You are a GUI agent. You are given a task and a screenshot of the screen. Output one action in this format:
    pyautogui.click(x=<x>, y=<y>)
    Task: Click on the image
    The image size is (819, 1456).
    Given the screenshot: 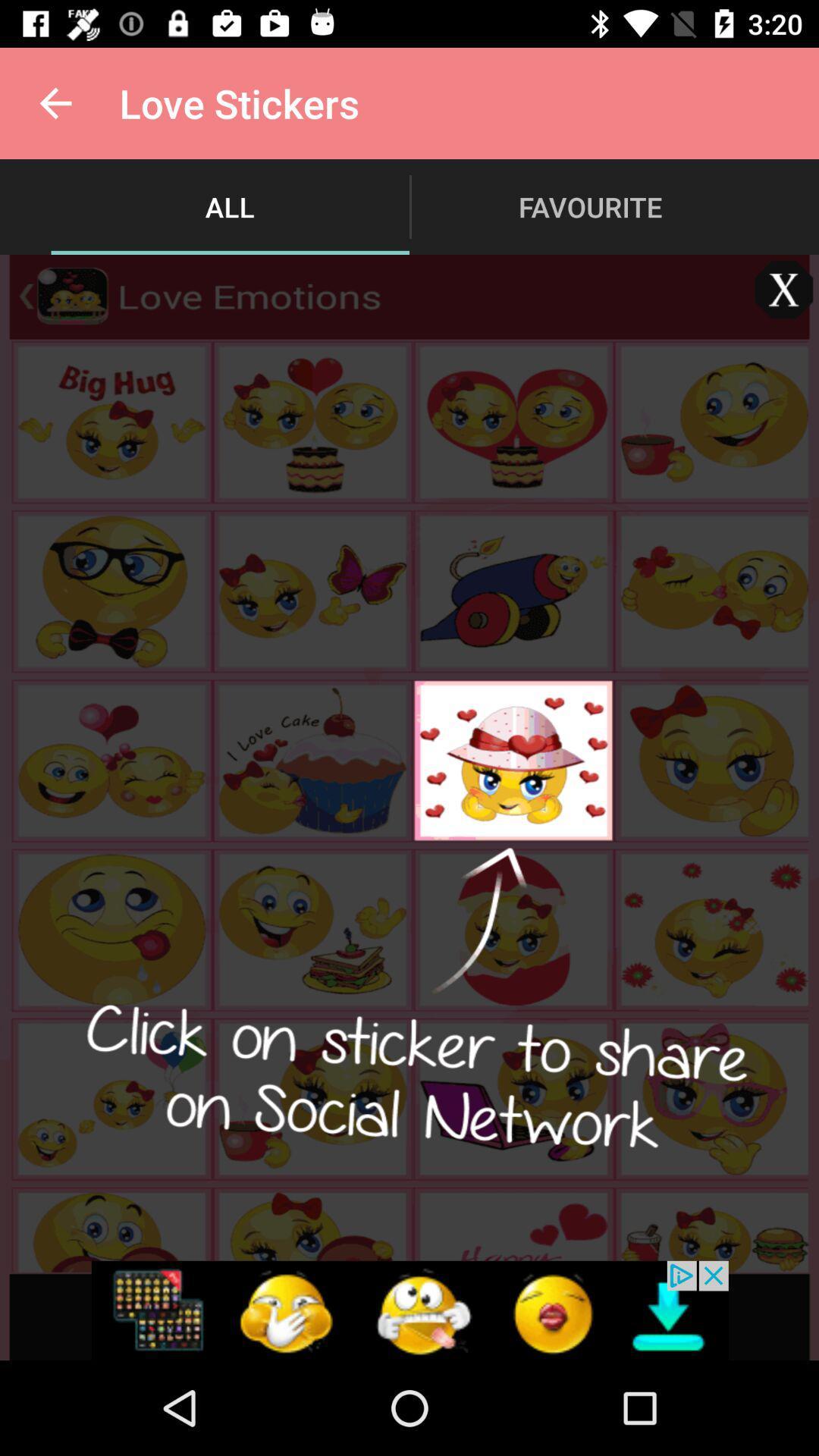 What is the action you would take?
    pyautogui.click(x=783, y=290)
    